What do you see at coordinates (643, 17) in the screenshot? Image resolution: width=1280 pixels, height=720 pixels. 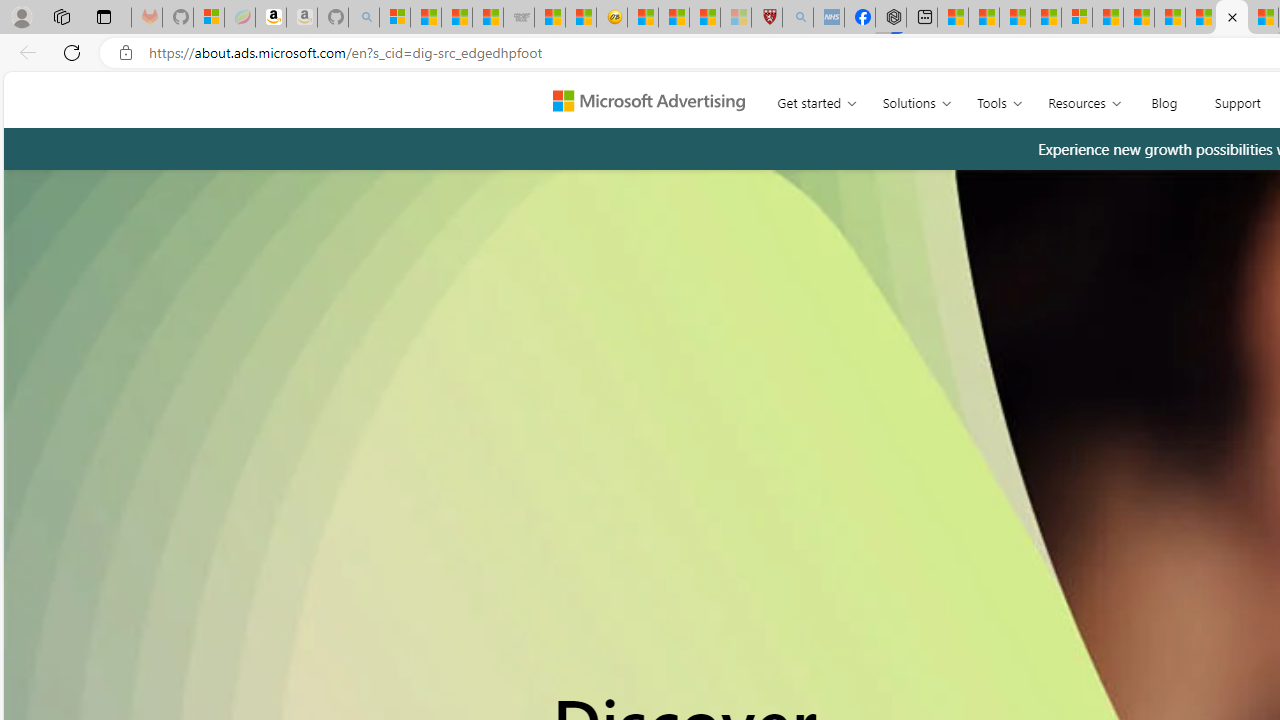 I see `'Recipes - MSN'` at bounding box center [643, 17].